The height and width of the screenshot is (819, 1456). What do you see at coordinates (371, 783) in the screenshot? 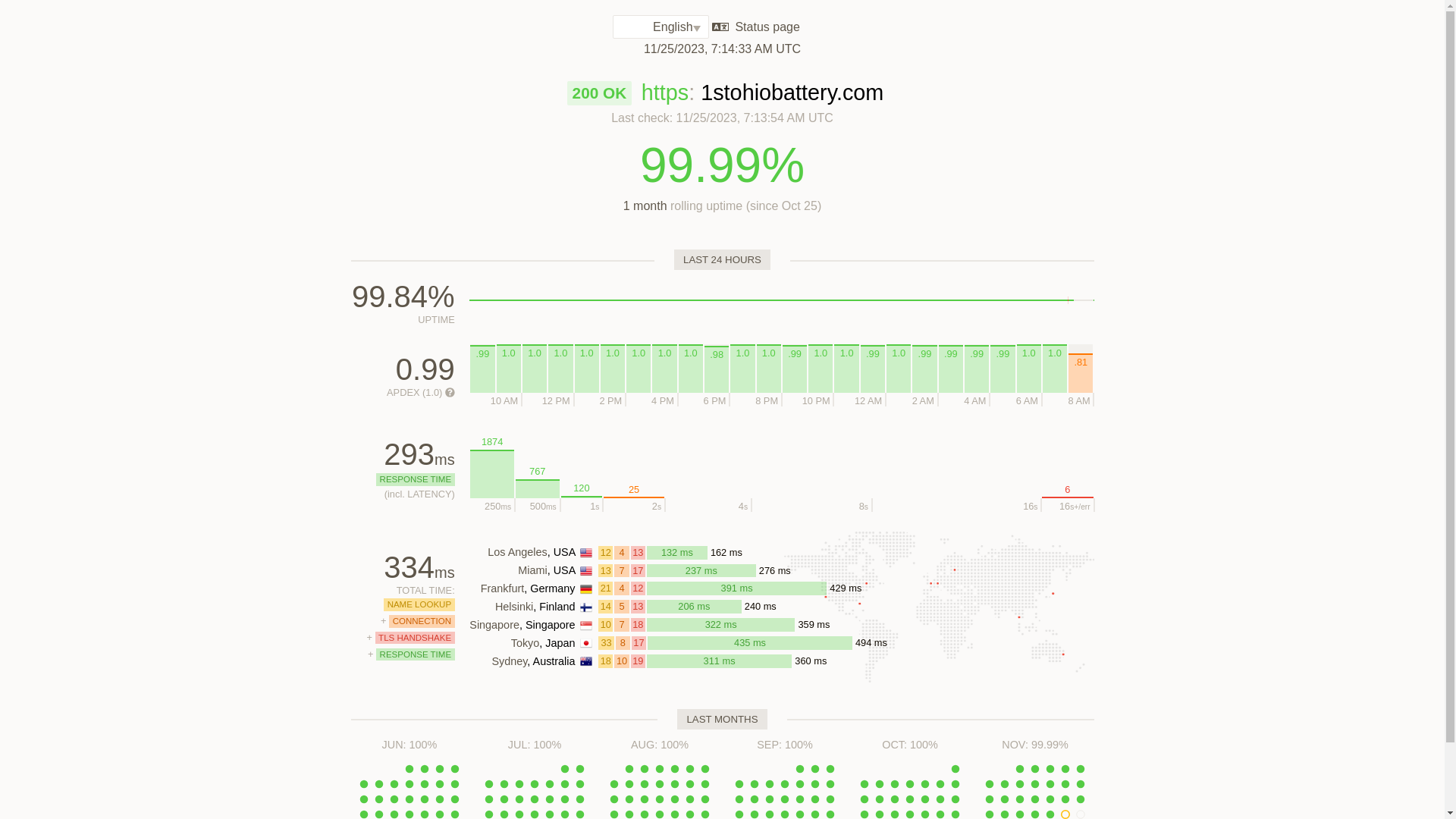
I see `'<small>Jun 06:</small> No downtime'` at bounding box center [371, 783].